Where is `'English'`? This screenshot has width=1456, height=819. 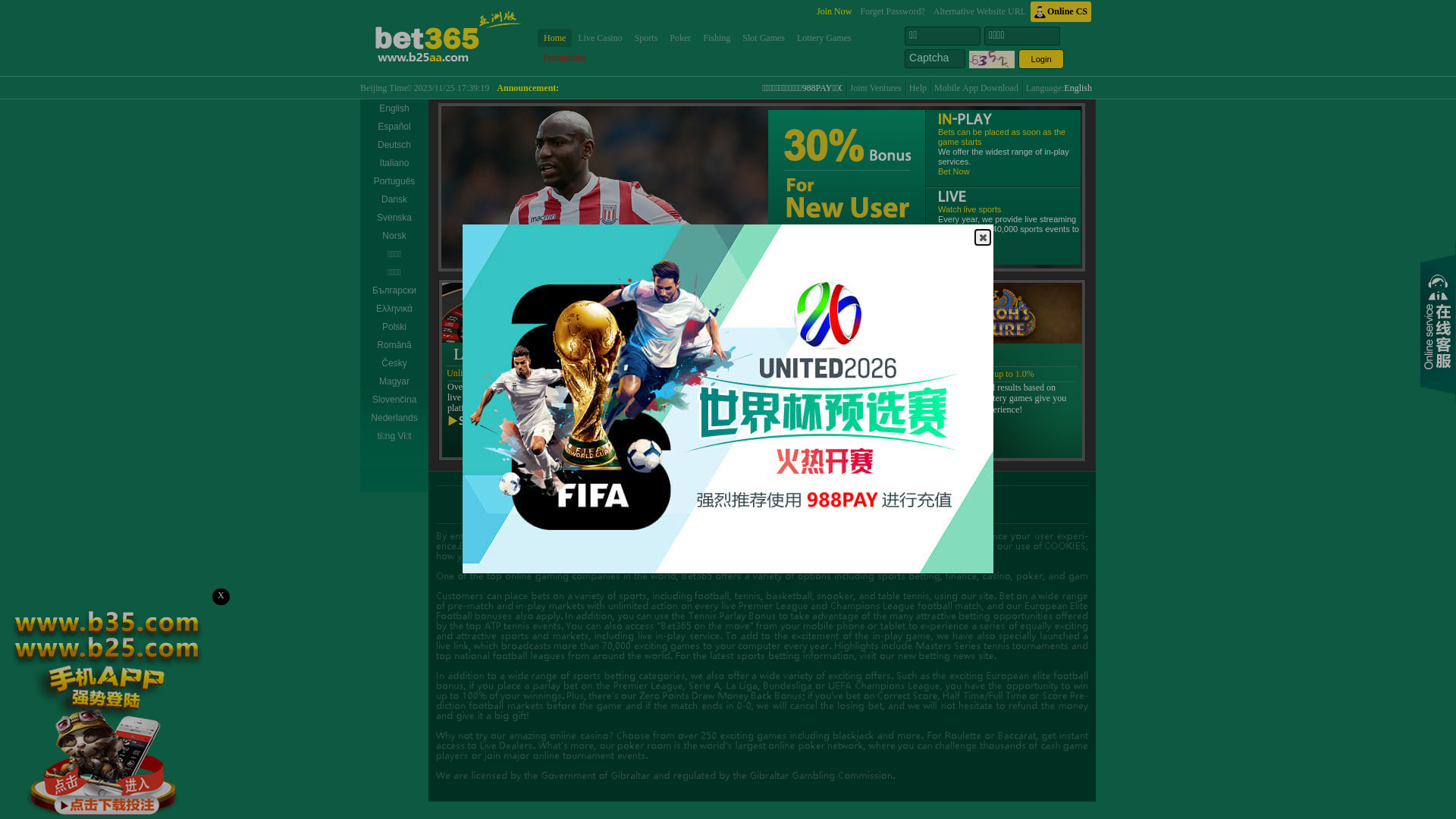
'English' is located at coordinates (394, 107).